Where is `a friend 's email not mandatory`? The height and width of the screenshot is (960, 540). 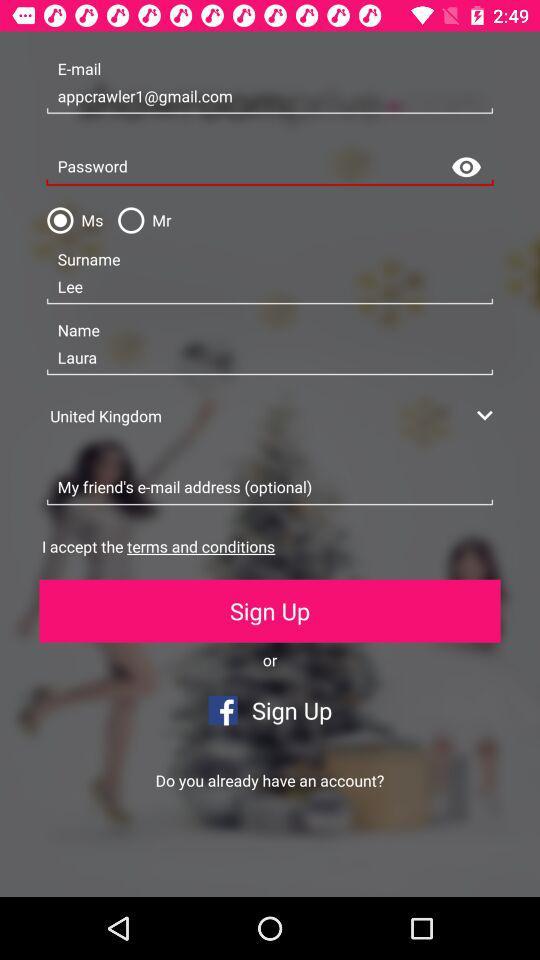 a friend 's email not mandatory is located at coordinates (270, 487).